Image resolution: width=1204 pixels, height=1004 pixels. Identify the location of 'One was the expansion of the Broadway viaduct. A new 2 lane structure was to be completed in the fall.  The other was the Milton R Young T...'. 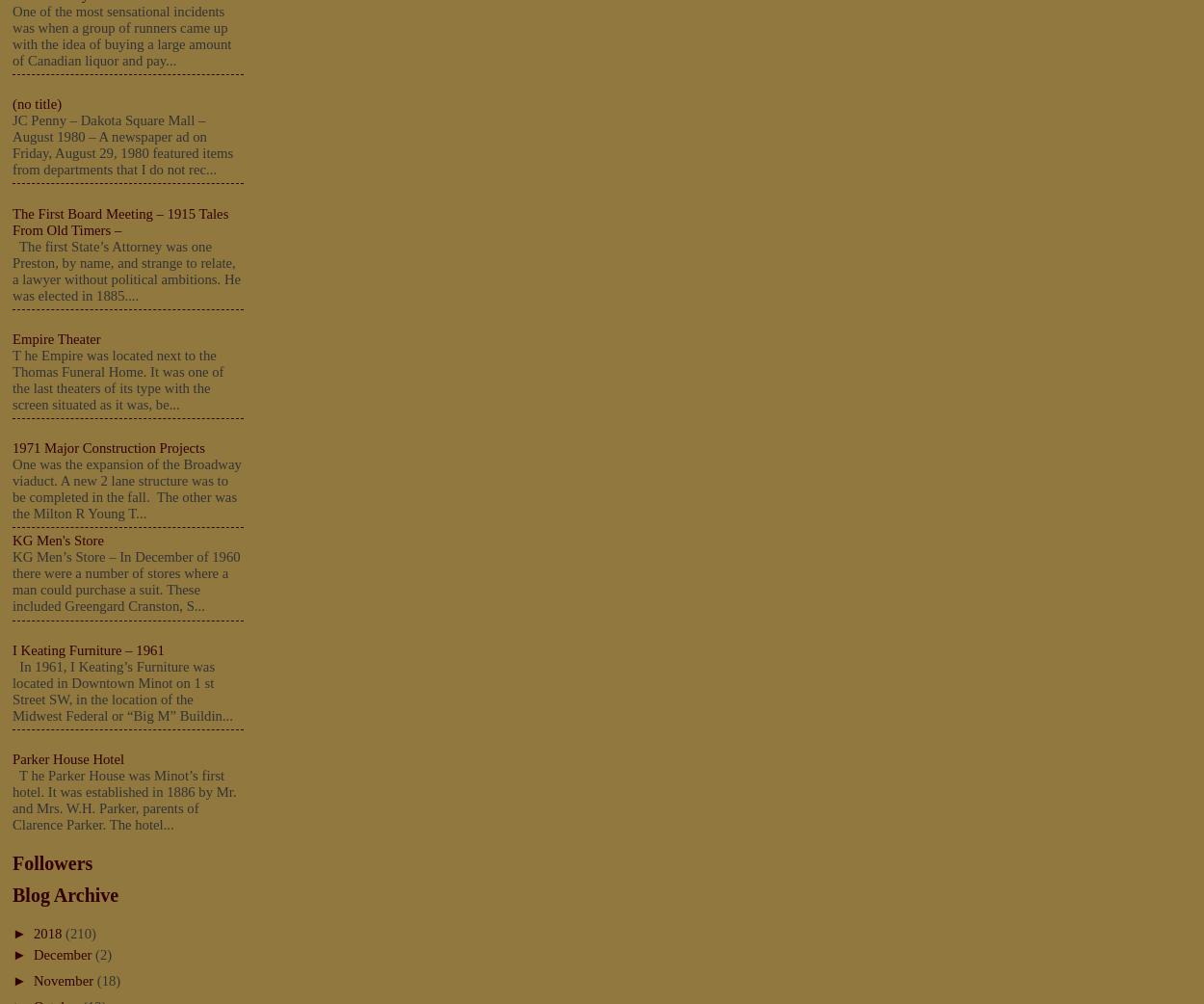
(126, 489).